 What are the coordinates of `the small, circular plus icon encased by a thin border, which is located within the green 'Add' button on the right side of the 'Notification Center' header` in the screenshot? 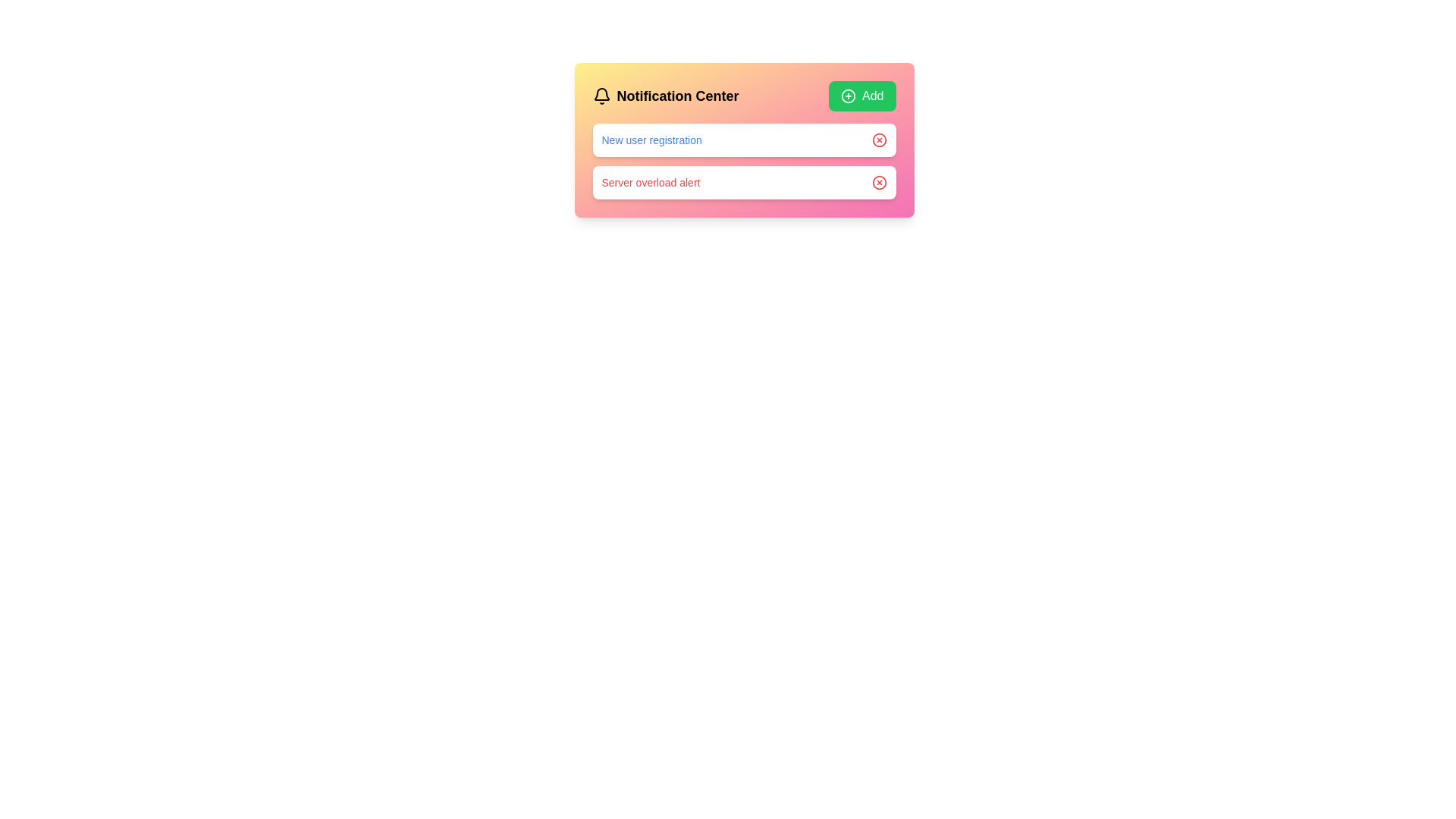 It's located at (847, 96).